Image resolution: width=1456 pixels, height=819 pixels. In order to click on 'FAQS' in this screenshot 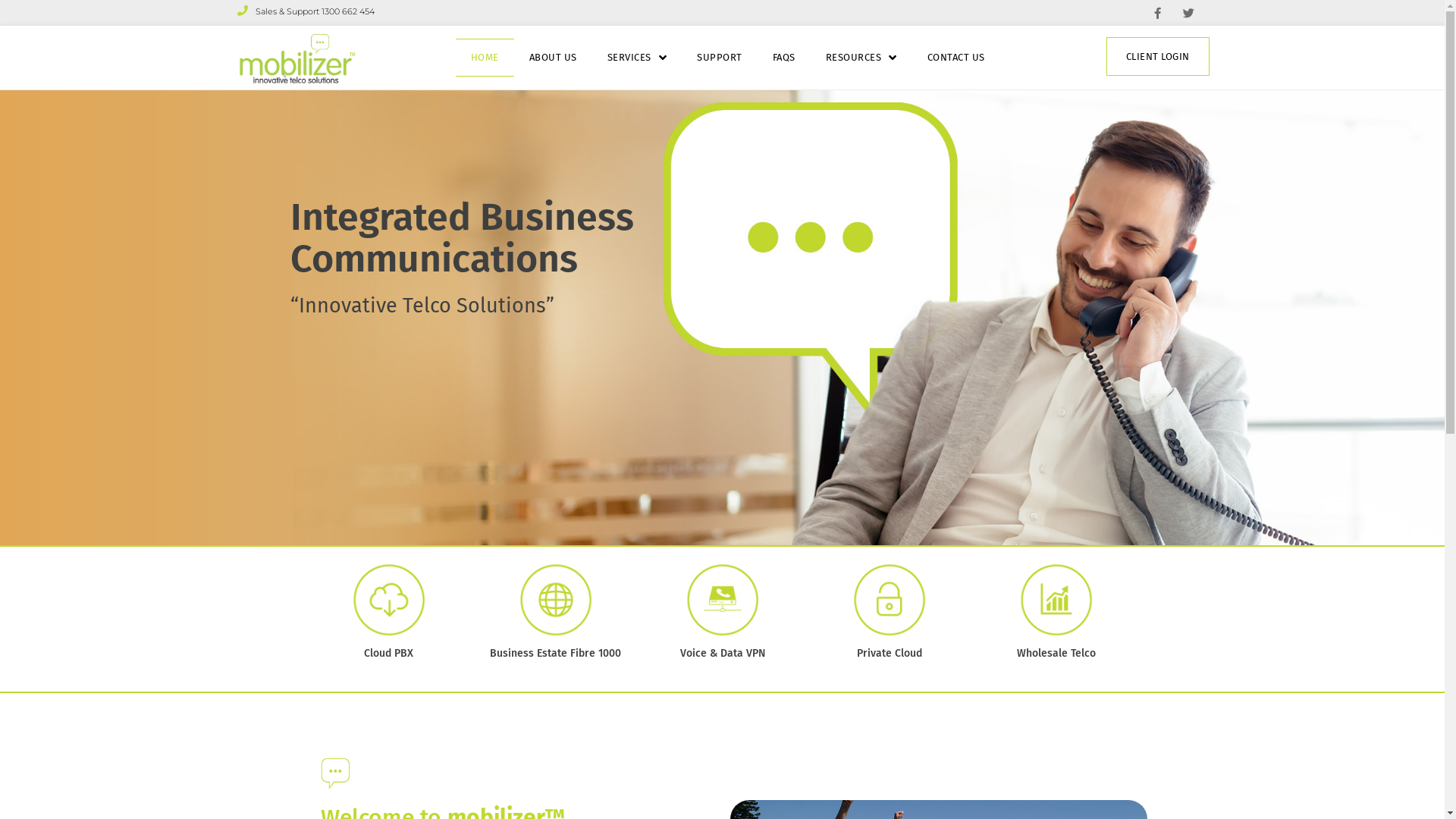, I will do `click(783, 57)`.